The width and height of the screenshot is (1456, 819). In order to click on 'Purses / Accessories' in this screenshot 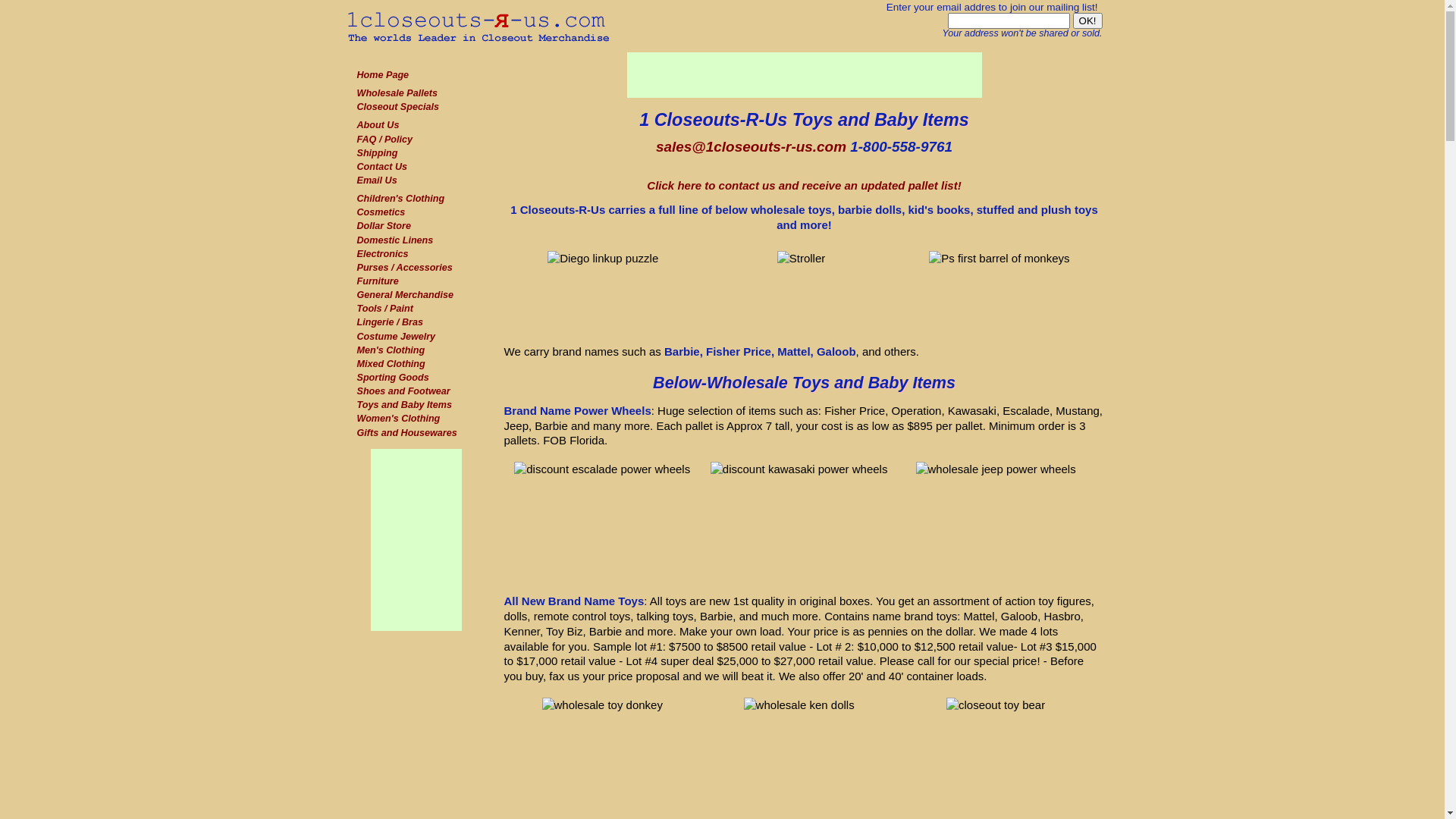, I will do `click(403, 267)`.